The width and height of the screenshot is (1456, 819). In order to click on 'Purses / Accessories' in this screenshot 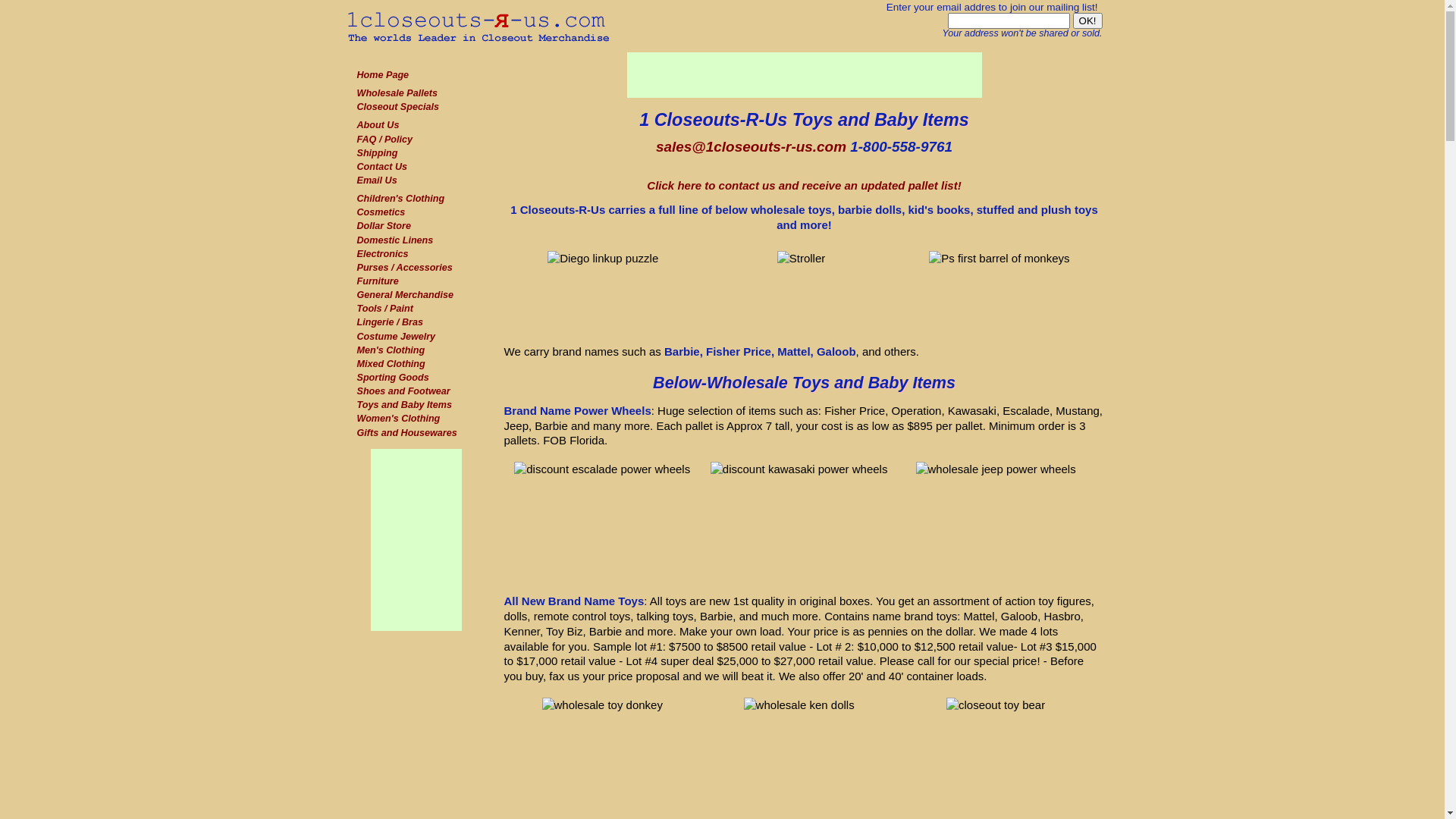, I will do `click(403, 267)`.